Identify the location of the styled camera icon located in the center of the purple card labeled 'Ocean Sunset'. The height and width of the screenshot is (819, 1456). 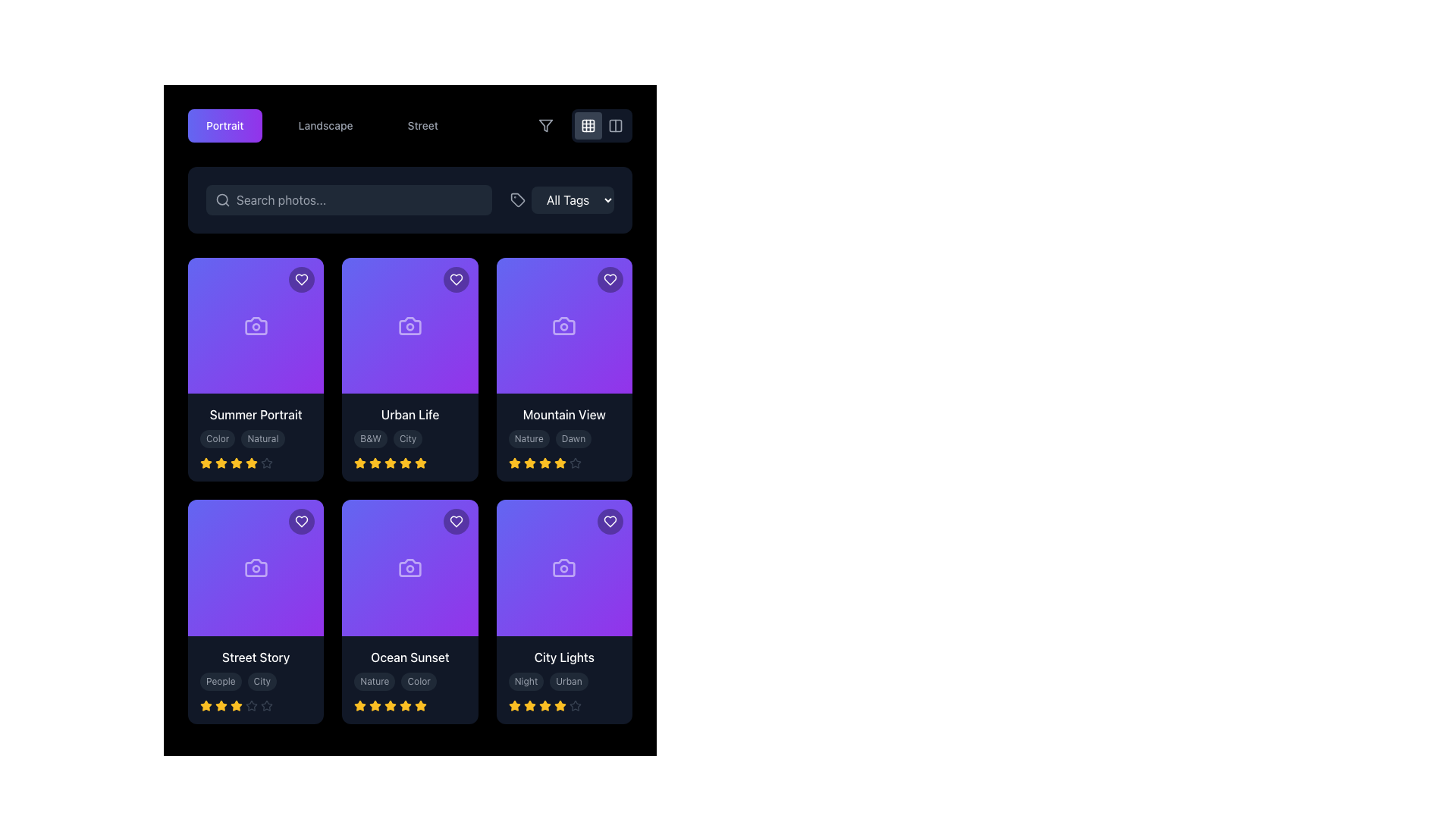
(410, 567).